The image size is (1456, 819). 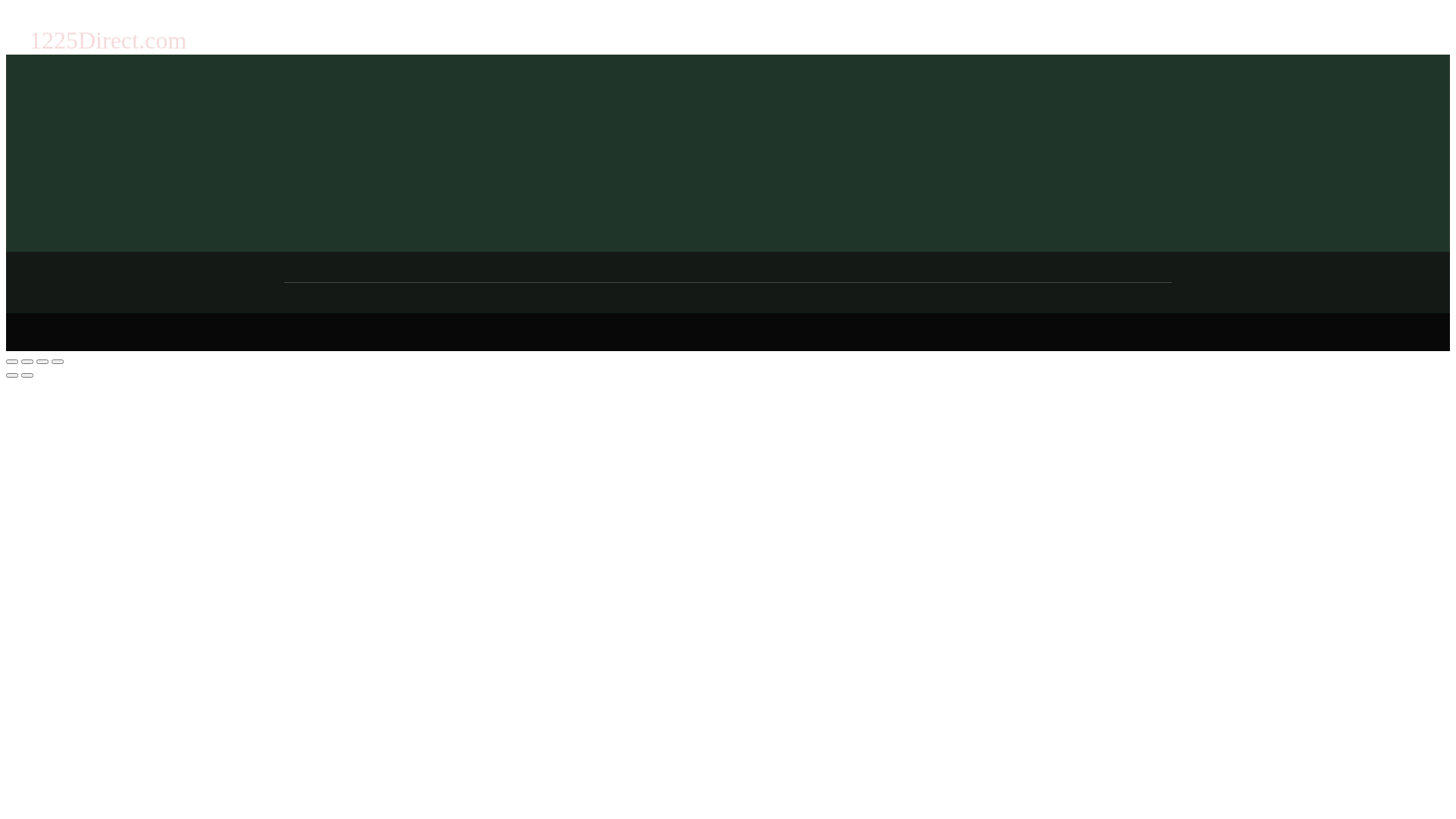 I want to click on 'Close (Esc)', so click(x=6, y=362).